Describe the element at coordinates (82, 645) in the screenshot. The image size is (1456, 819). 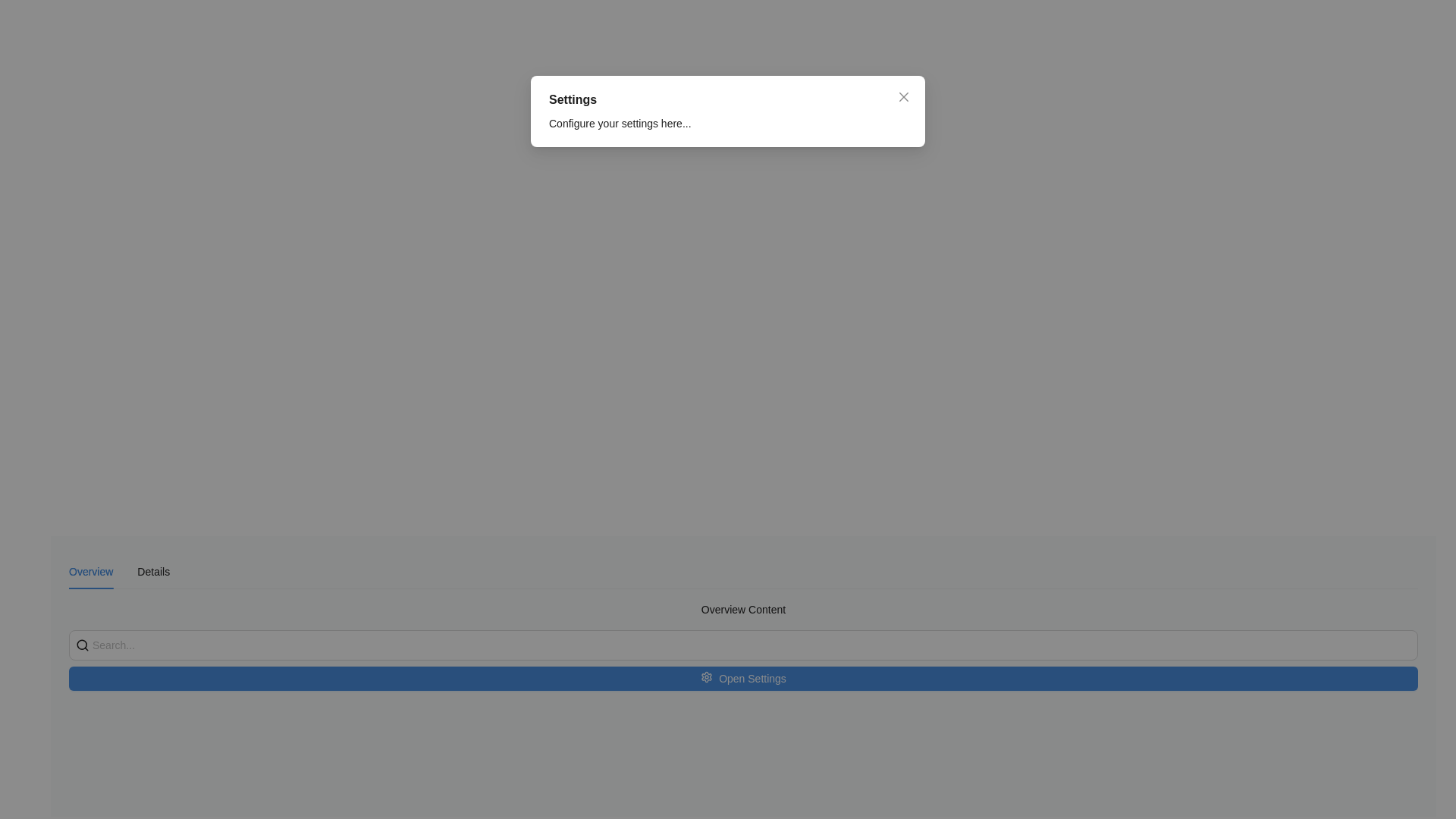
I see `the magnifying glass icon in the search bar` at that location.